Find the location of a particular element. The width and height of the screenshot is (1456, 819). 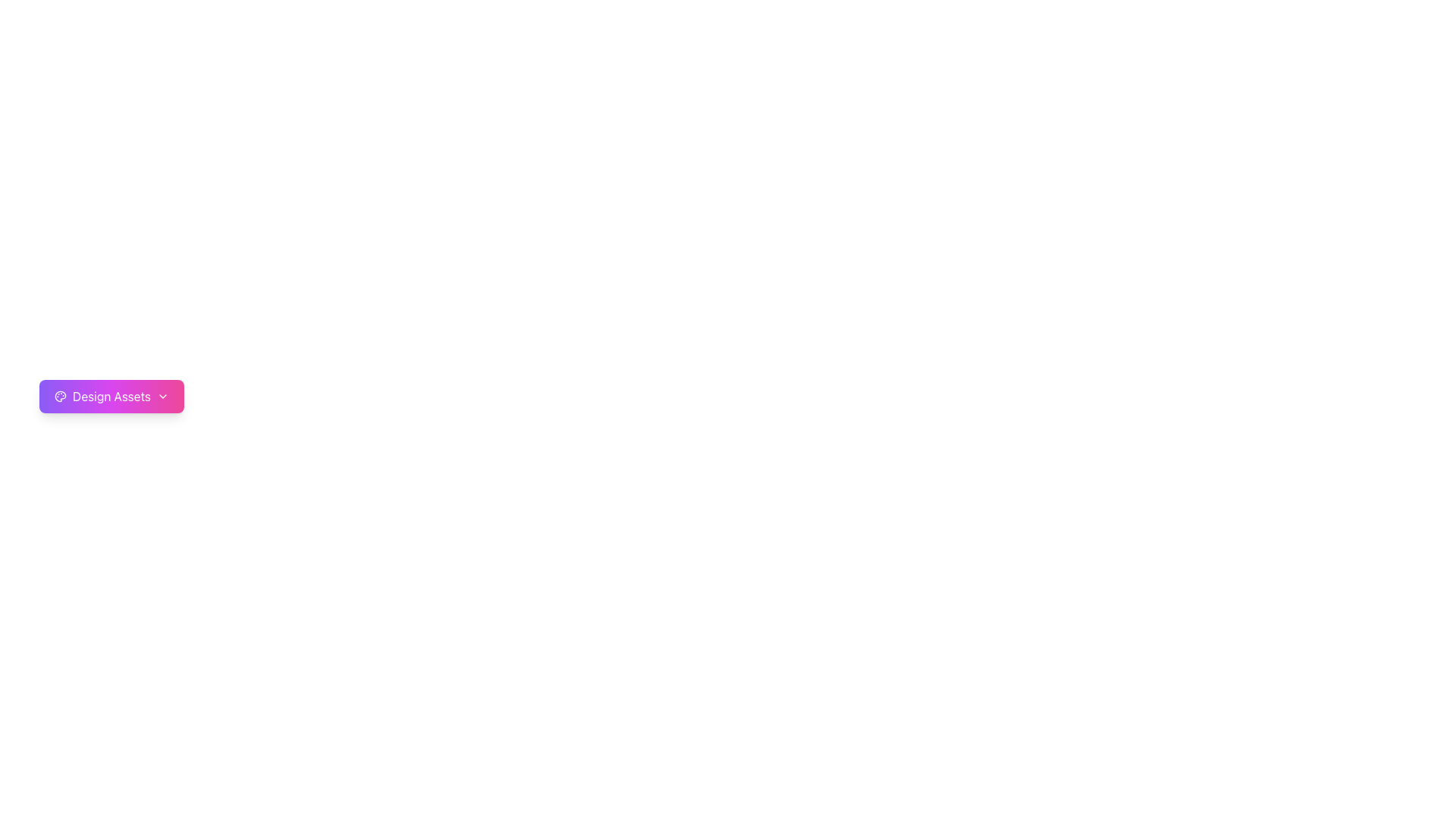

the SVG graphic icon that resembles a palette, located inside the 'Design Assets' button with a gradient pinkish-purple background is located at coordinates (61, 396).